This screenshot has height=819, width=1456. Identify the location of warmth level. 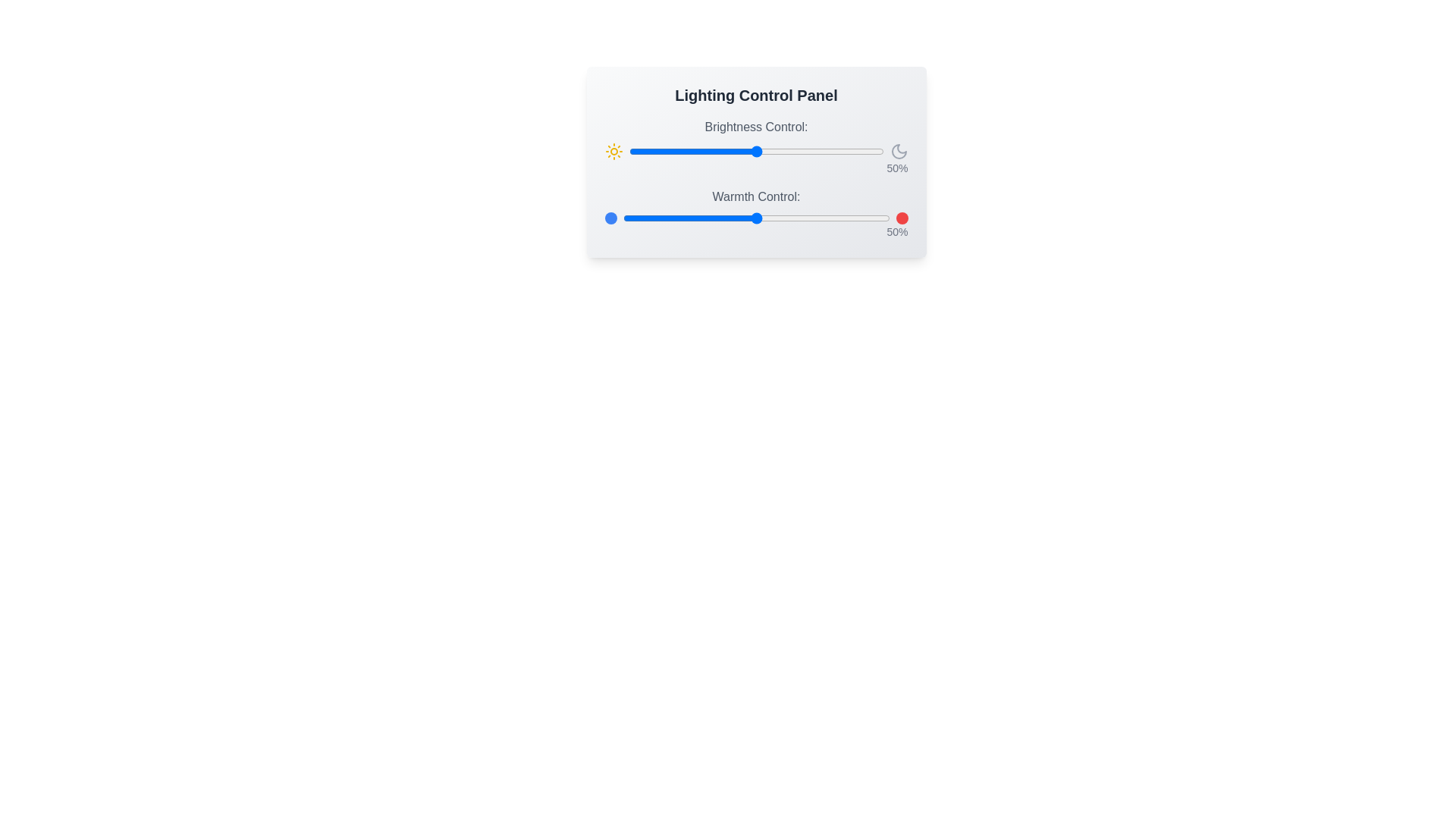
(761, 218).